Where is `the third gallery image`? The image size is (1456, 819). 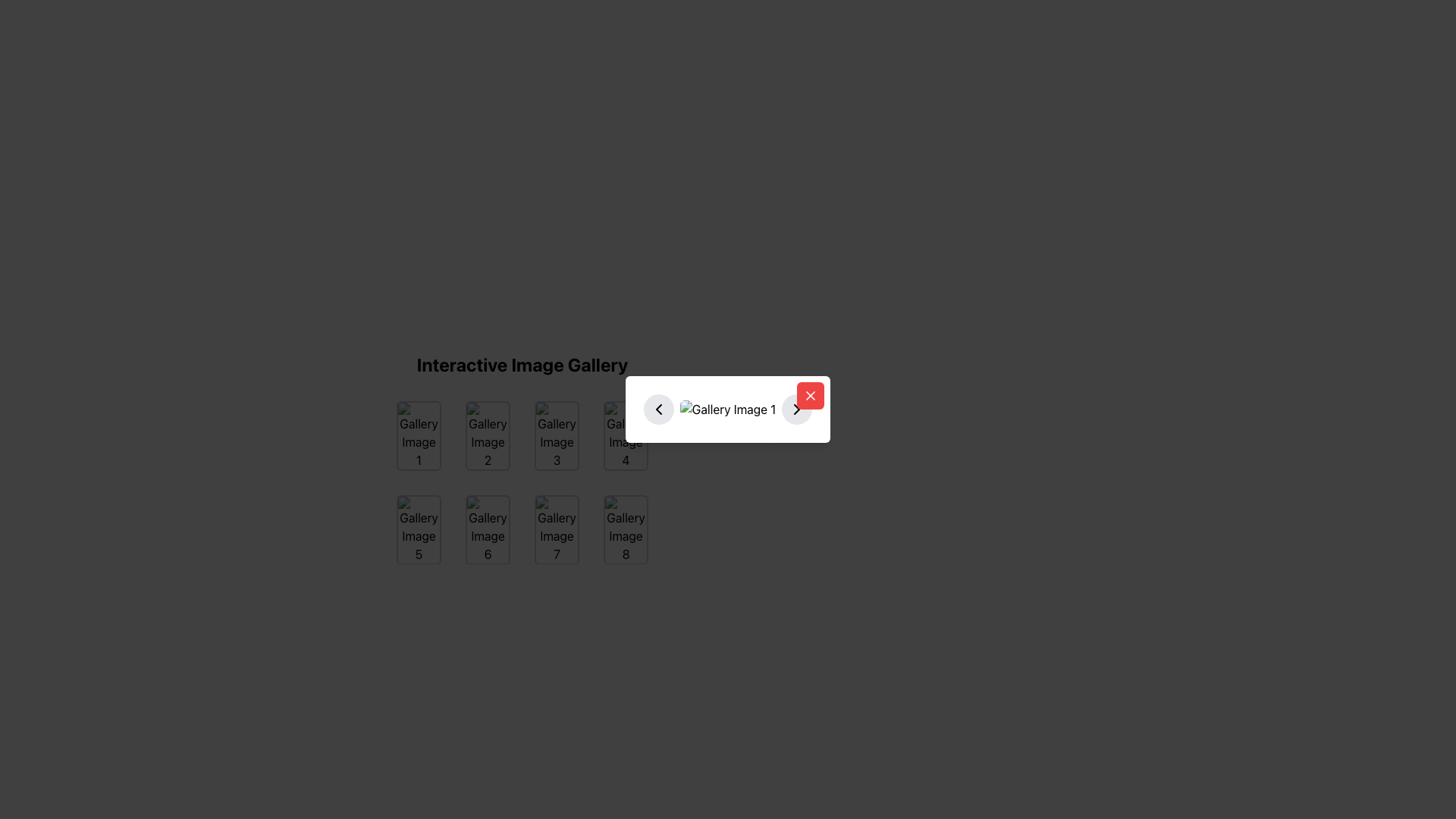
the third gallery image is located at coordinates (556, 435).